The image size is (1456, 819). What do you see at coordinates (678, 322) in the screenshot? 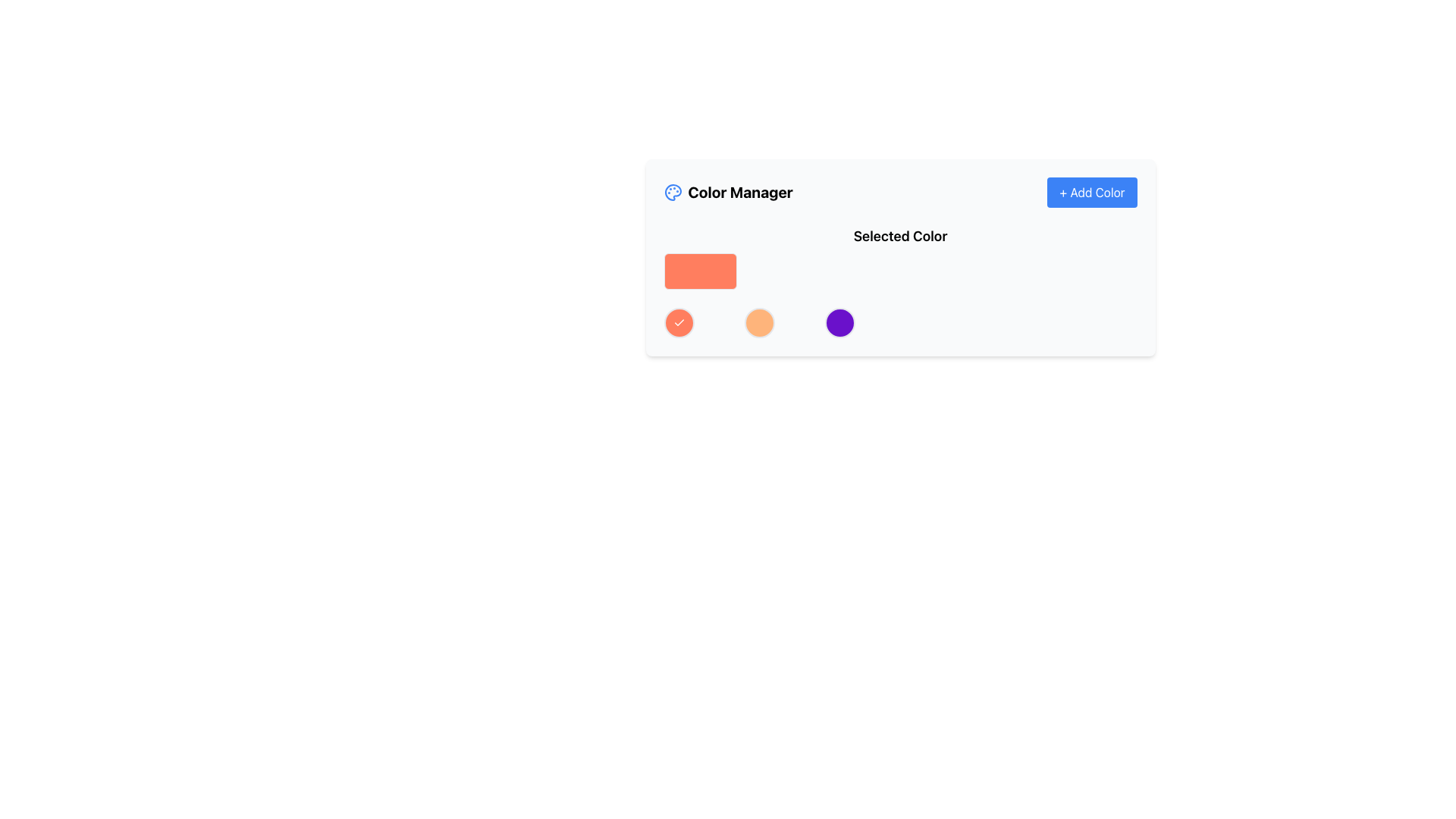
I see `the orange circular button containing the white checkmark icon located at the bottom left of the color selection card` at bounding box center [678, 322].